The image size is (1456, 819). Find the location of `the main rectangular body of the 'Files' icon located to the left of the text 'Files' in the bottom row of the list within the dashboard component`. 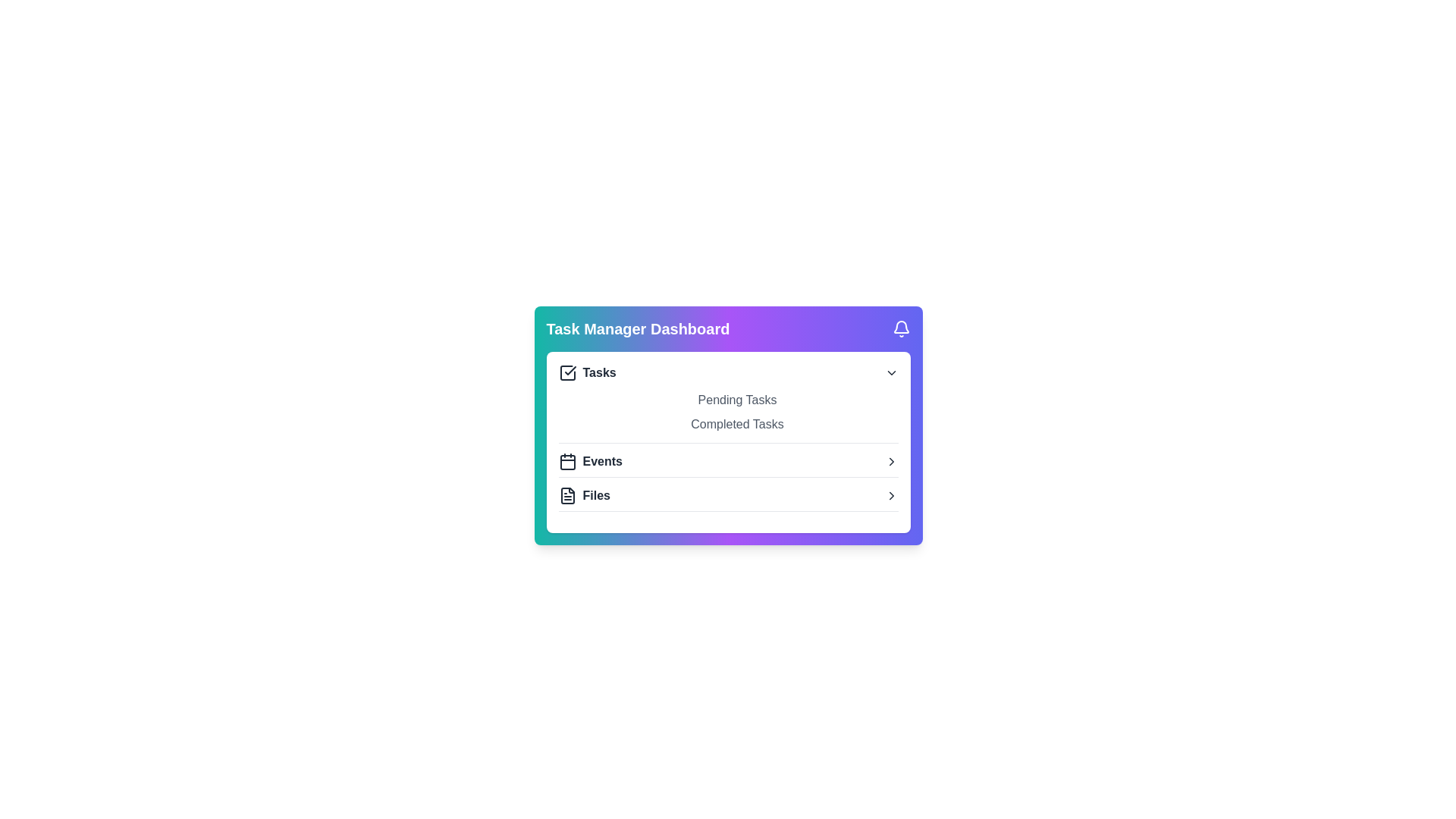

the main rectangular body of the 'Files' icon located to the left of the text 'Files' in the bottom row of the list within the dashboard component is located at coordinates (566, 496).